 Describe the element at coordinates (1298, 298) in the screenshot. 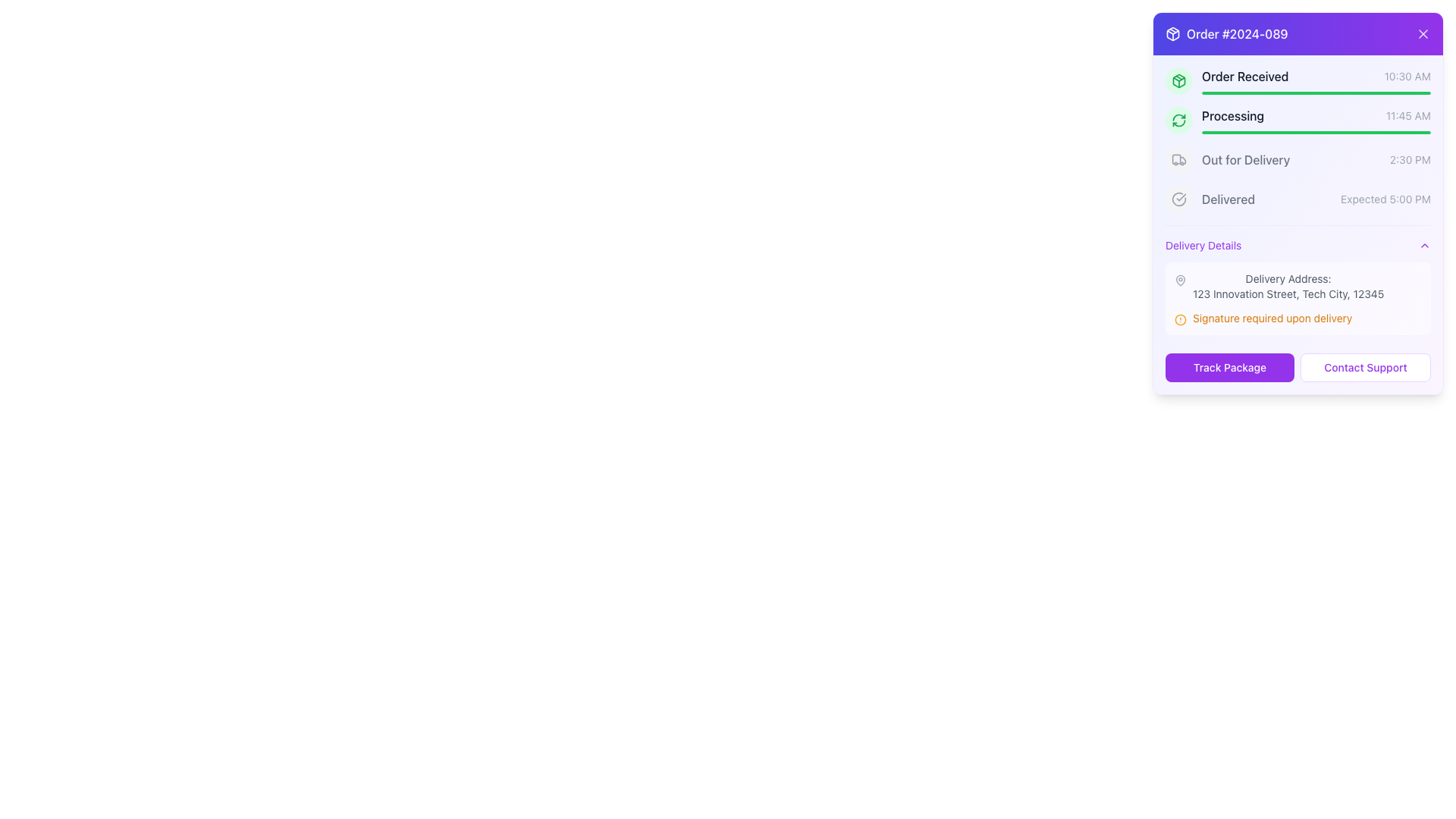

I see `the Informational text block that provides details about the delivery address and signature requirement, located in the 'Delivery Details' section` at that location.